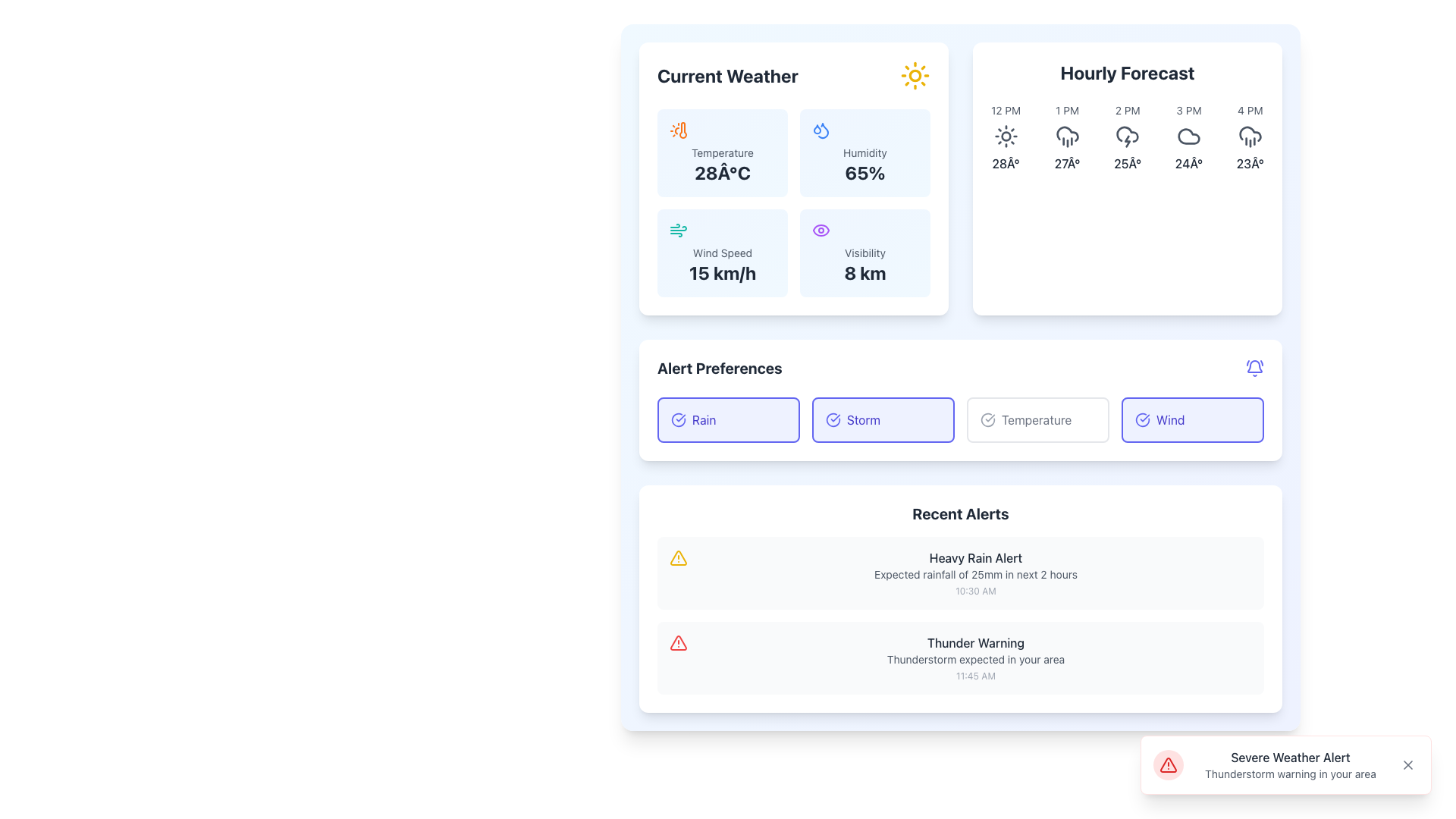 The height and width of the screenshot is (819, 1456). What do you see at coordinates (677, 643) in the screenshot?
I see `the weather alert icon located in the lower right corner of the display to retrieve additional information regarding severe weather conditions` at bounding box center [677, 643].